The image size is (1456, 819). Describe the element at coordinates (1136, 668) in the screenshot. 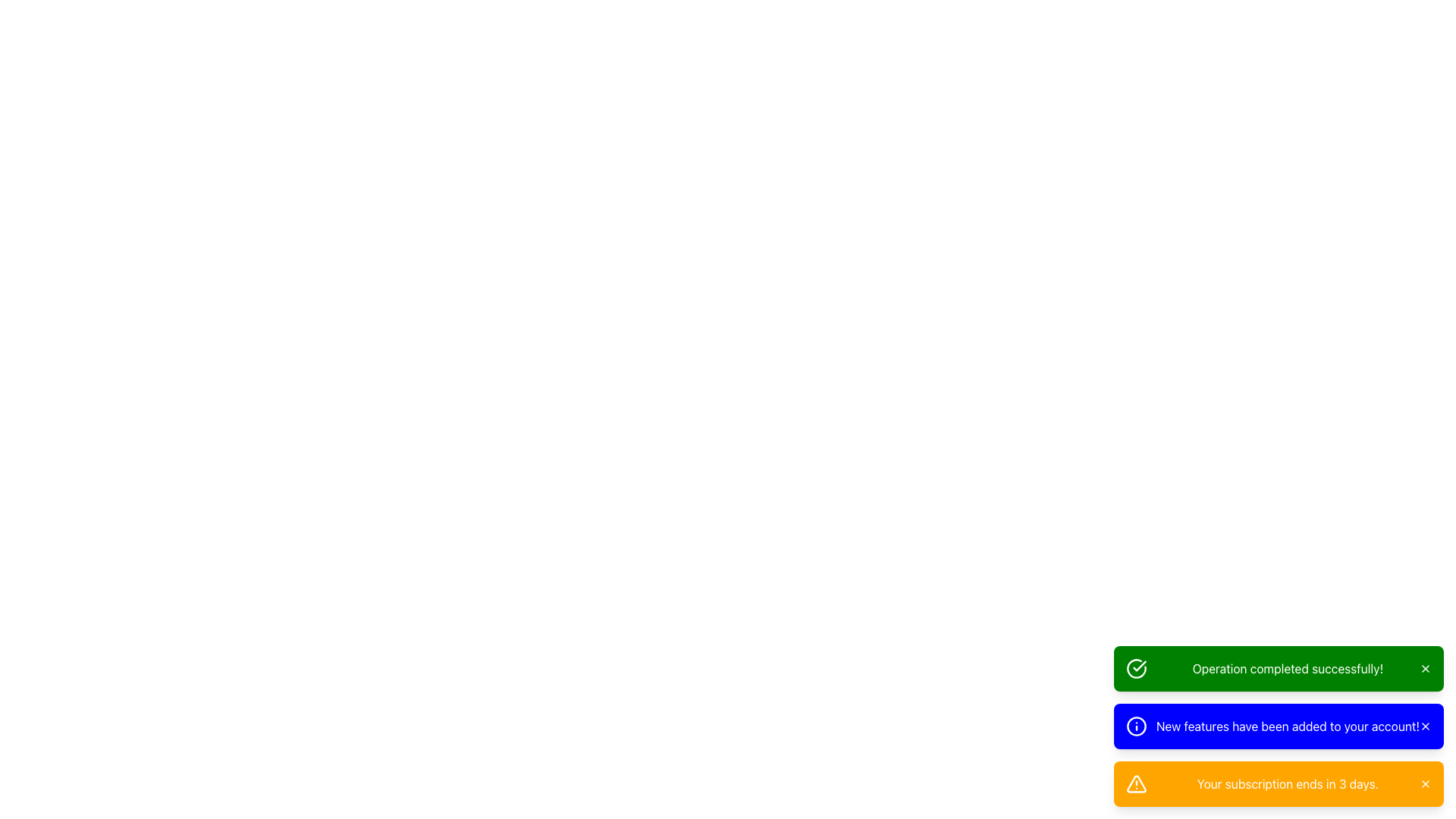

I see `the success indicator icon located at the first position within the green notification bar at the top right of the notifications` at that location.